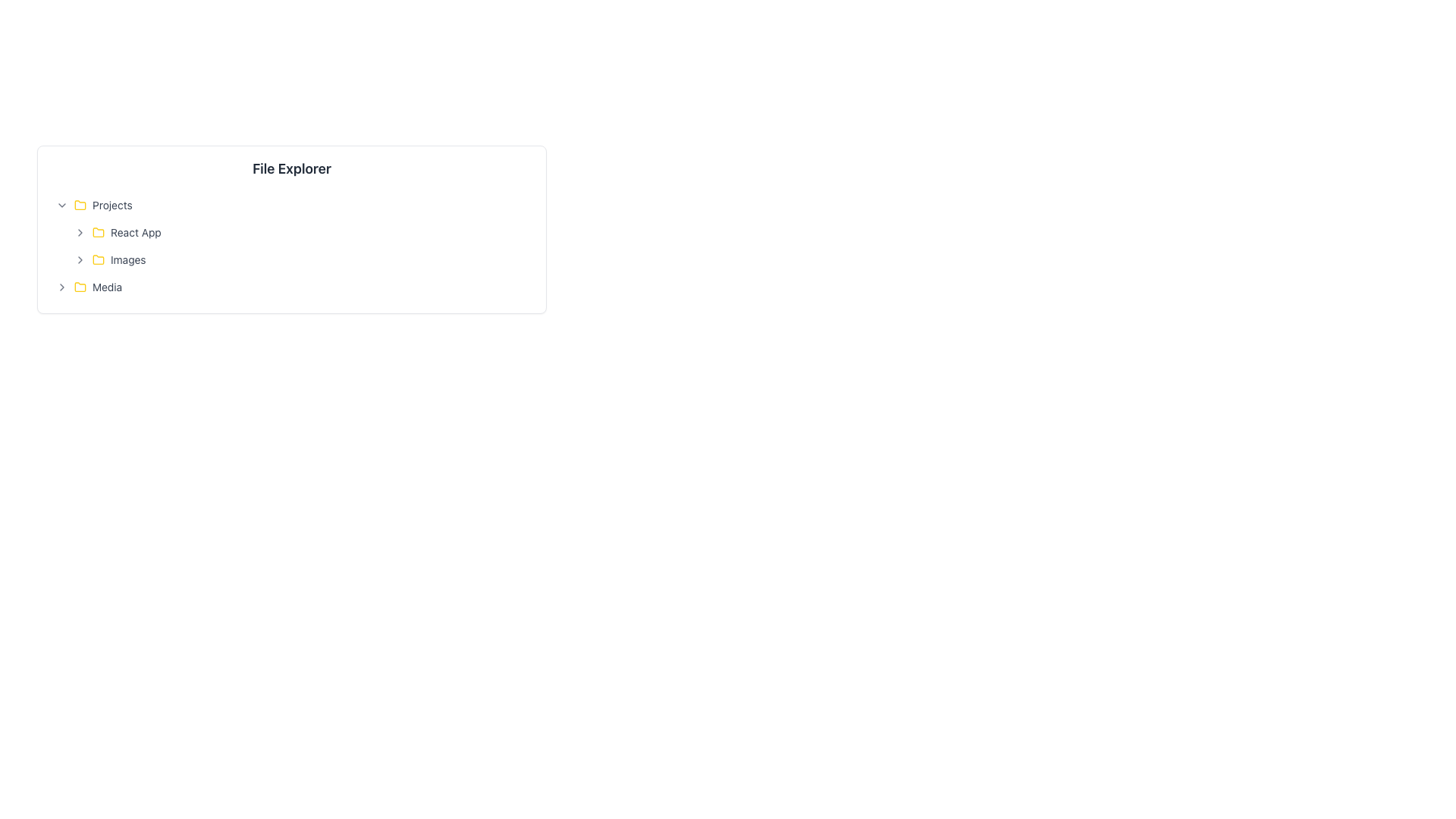  What do you see at coordinates (79, 287) in the screenshot?
I see `the folder icon with a yellow outline located next to the 'Media' entry in the file explorer interface` at bounding box center [79, 287].